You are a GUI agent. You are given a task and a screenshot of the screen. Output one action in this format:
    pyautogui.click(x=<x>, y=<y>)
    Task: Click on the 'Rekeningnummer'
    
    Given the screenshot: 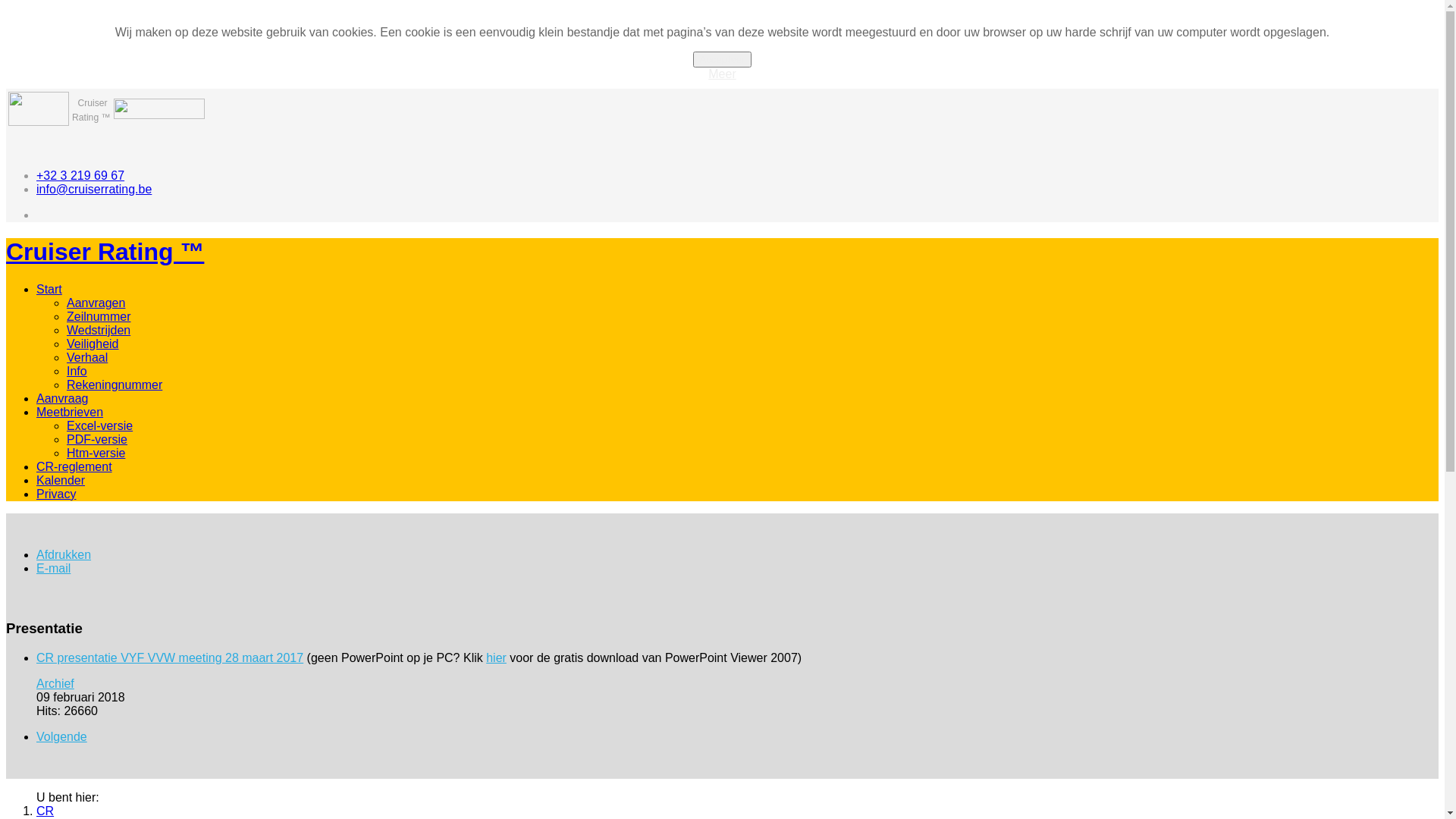 What is the action you would take?
    pyautogui.click(x=65, y=384)
    